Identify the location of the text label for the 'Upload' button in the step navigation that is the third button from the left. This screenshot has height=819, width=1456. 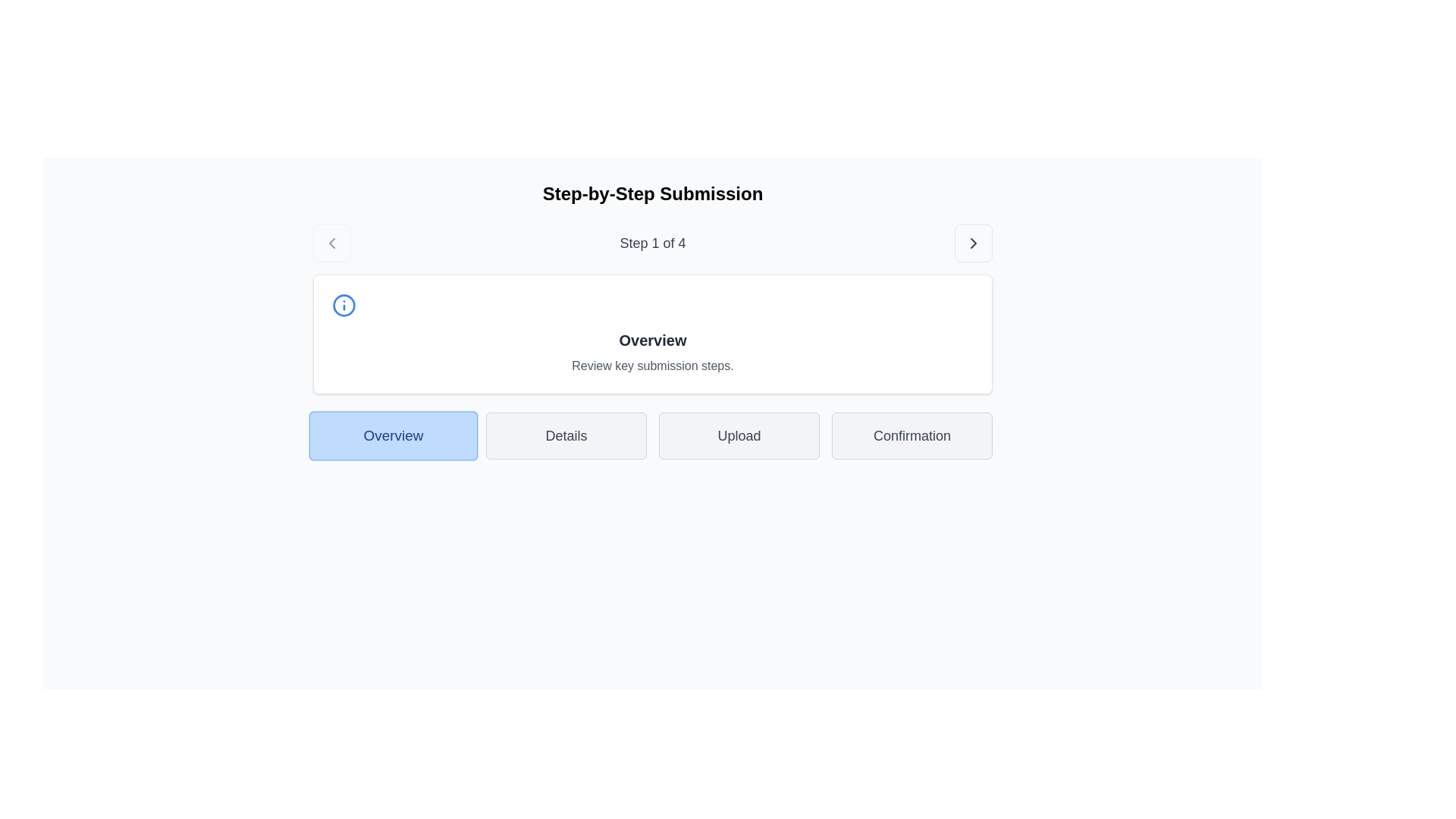
(739, 435).